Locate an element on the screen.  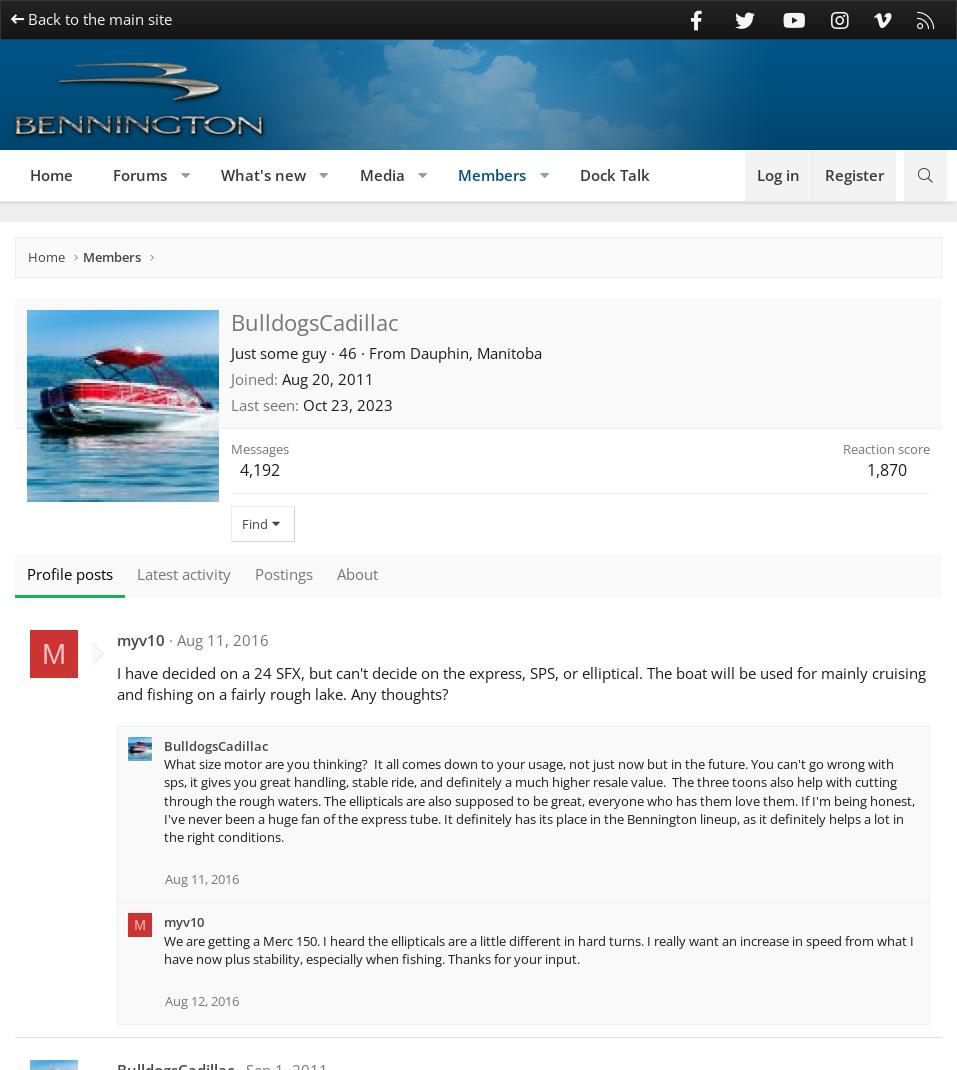
'Postings' is located at coordinates (283, 572).